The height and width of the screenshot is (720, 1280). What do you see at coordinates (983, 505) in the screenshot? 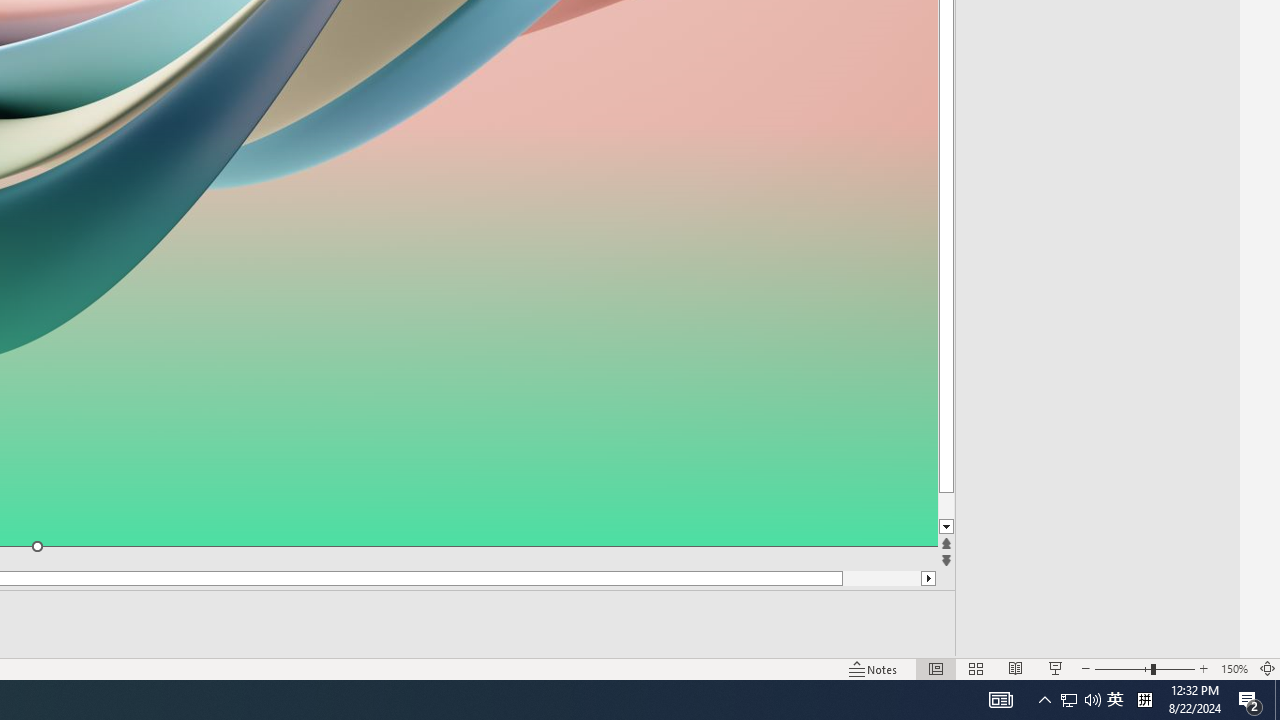
I see `'Page down'` at bounding box center [983, 505].